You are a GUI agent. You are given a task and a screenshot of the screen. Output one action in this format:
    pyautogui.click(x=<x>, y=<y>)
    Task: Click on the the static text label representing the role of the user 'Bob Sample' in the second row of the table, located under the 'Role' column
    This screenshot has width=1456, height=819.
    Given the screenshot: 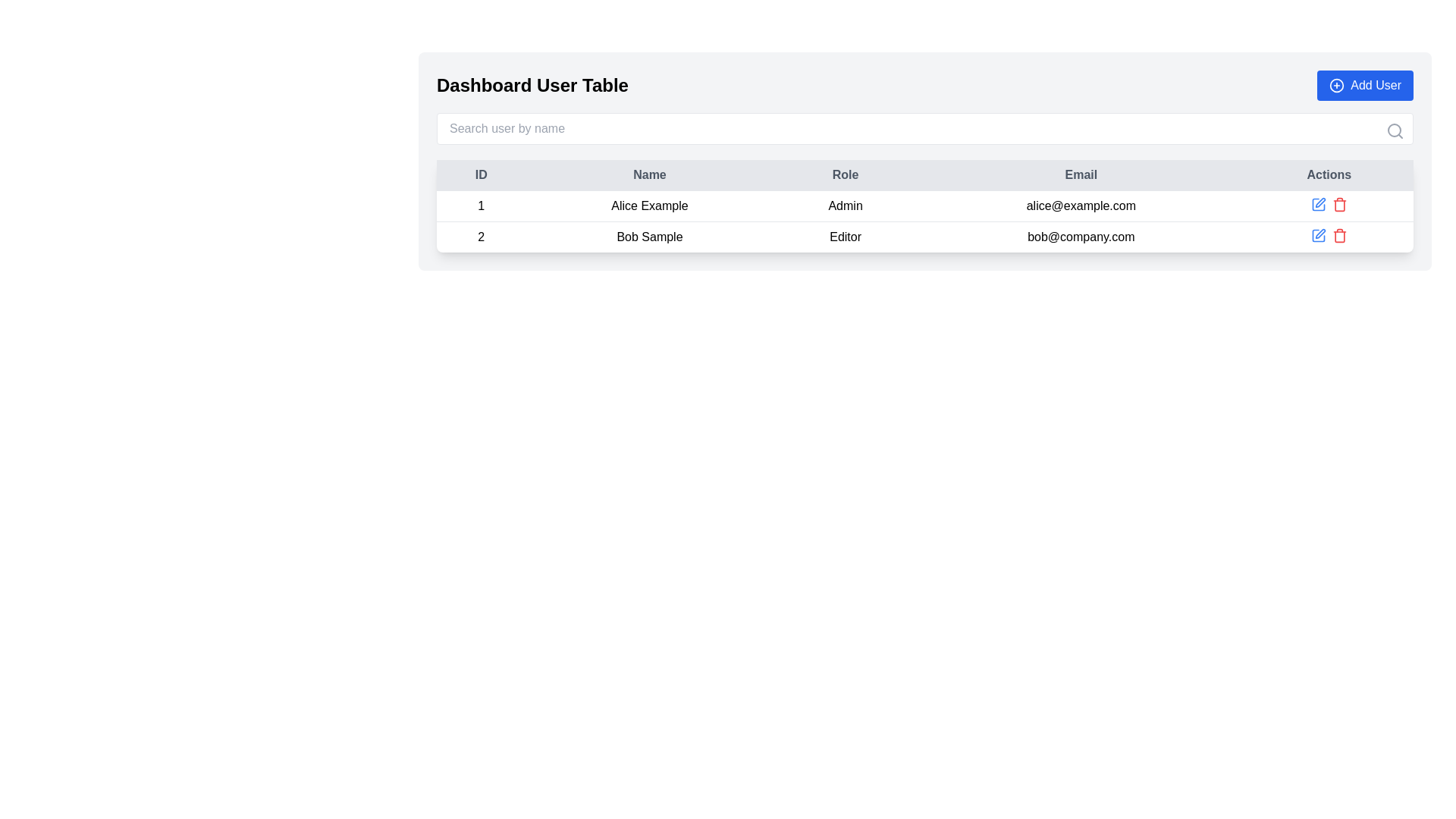 What is the action you would take?
    pyautogui.click(x=845, y=237)
    